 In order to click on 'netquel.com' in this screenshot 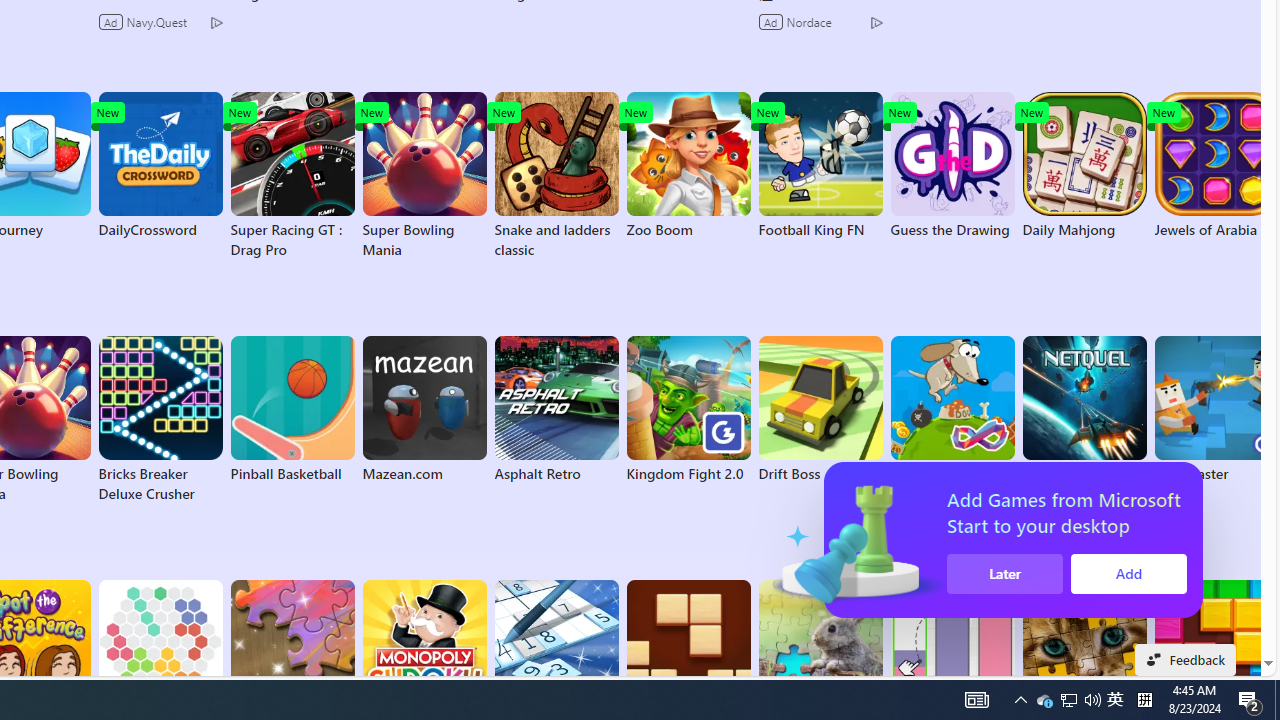, I will do `click(1083, 409)`.